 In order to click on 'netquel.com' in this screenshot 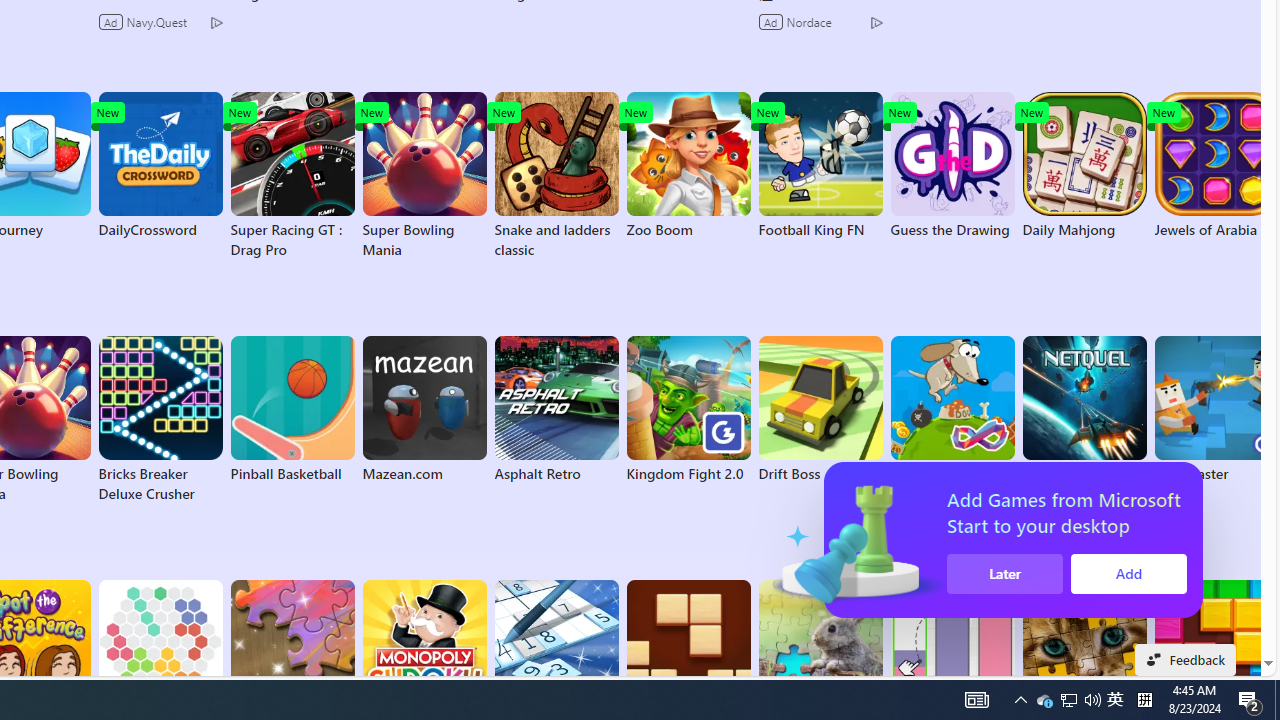, I will do `click(1083, 409)`.